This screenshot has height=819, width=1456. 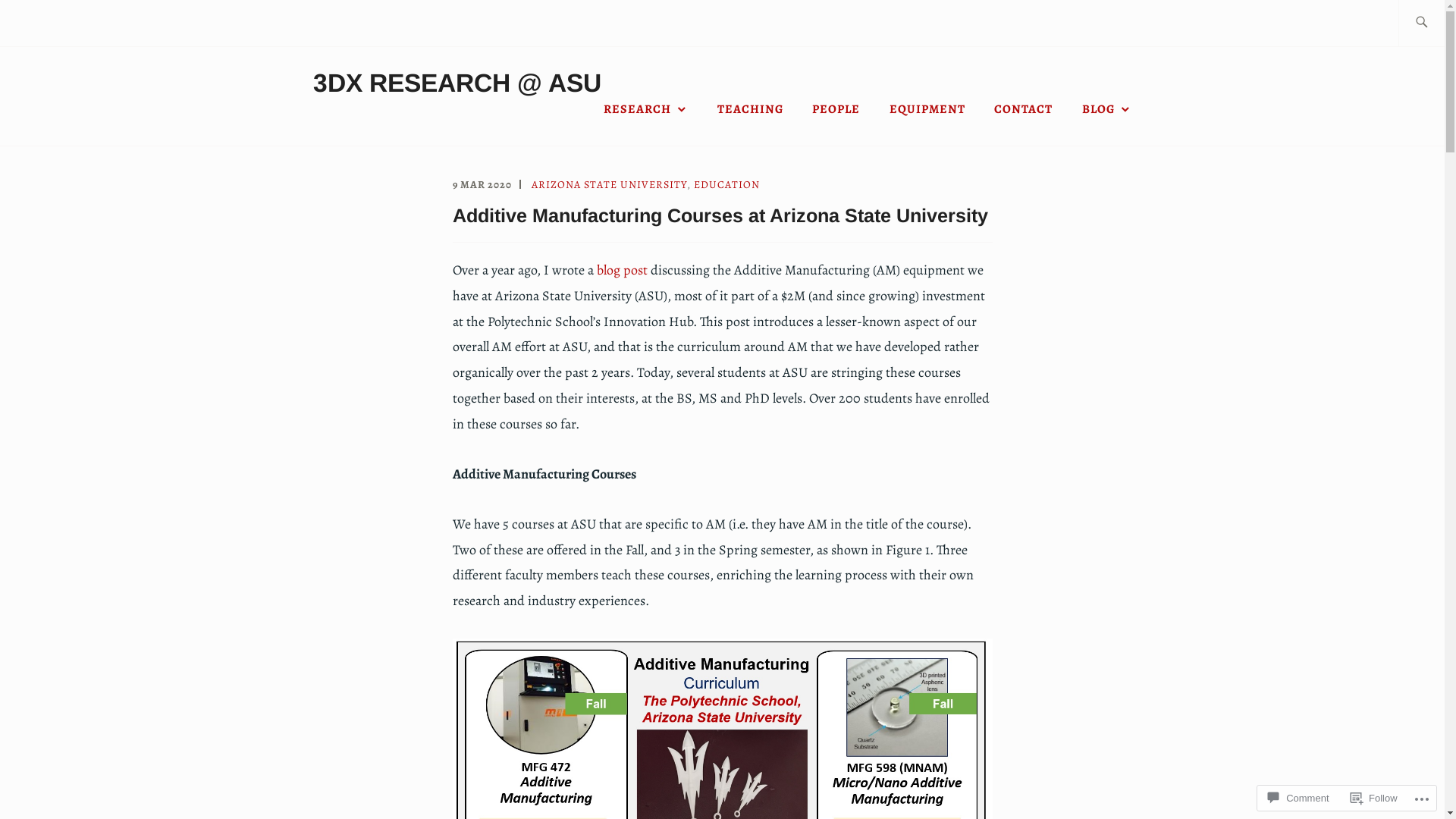 What do you see at coordinates (44, 22) in the screenshot?
I see `'Search'` at bounding box center [44, 22].